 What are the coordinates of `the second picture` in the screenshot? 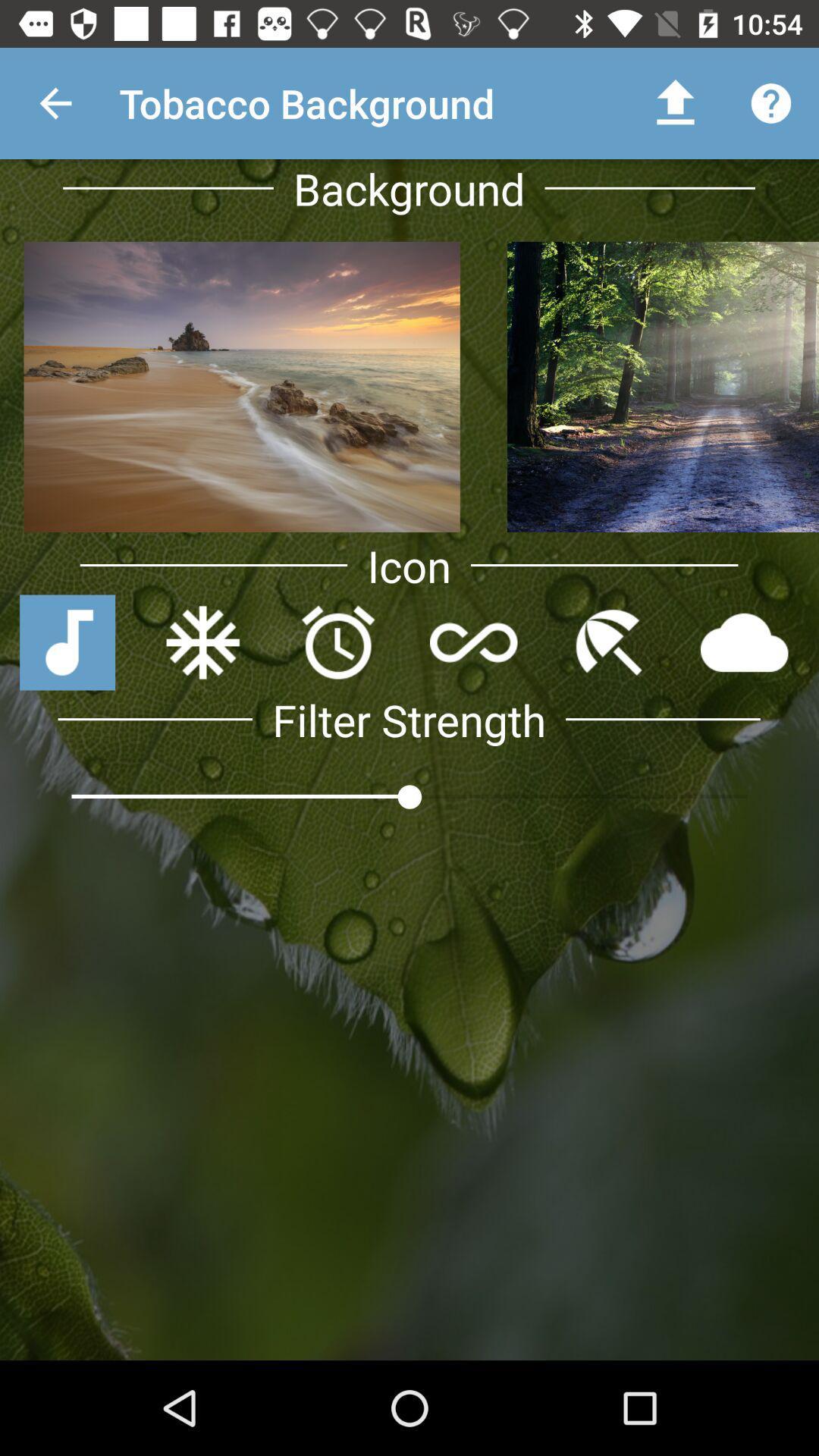 It's located at (660, 387).